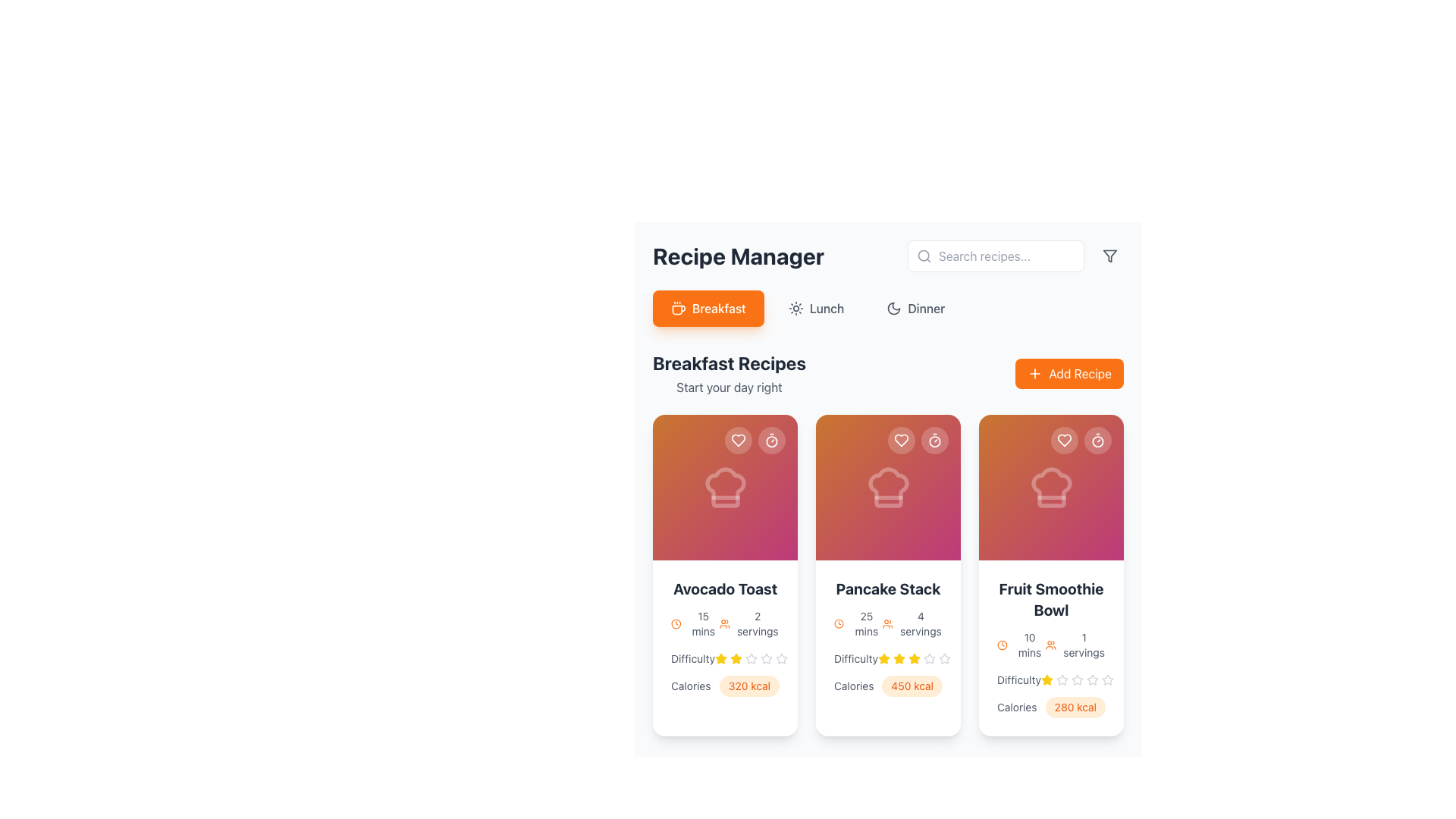 Image resolution: width=1456 pixels, height=819 pixels. Describe the element at coordinates (1050, 488) in the screenshot. I see `the central chef hat icon in the decorative graphical section of the 'Fruit Smoothie Bowl' card, which is the third card under 'Breakfast Recipes'` at that location.